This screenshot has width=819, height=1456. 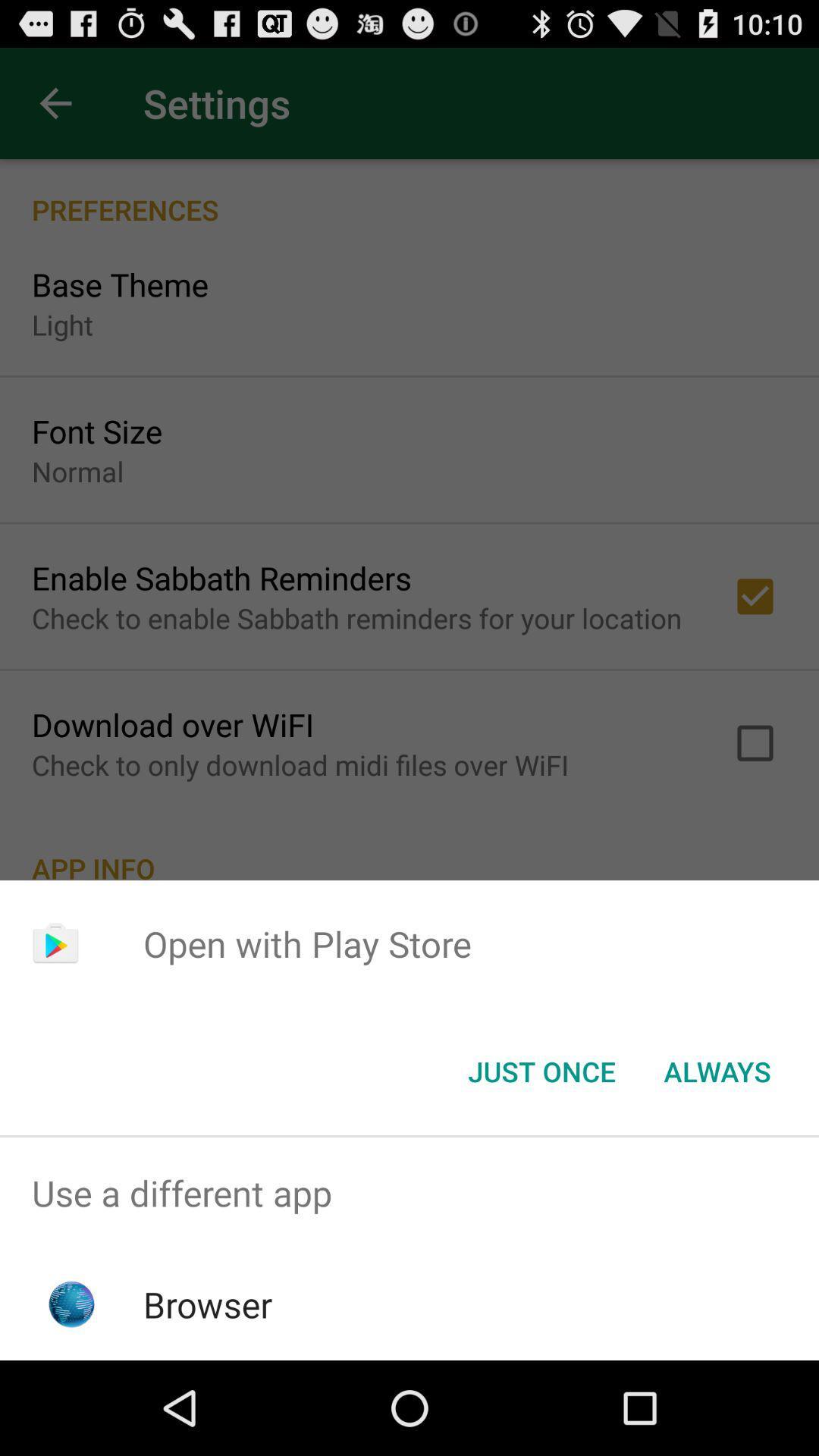 I want to click on just once button, so click(x=541, y=1070).